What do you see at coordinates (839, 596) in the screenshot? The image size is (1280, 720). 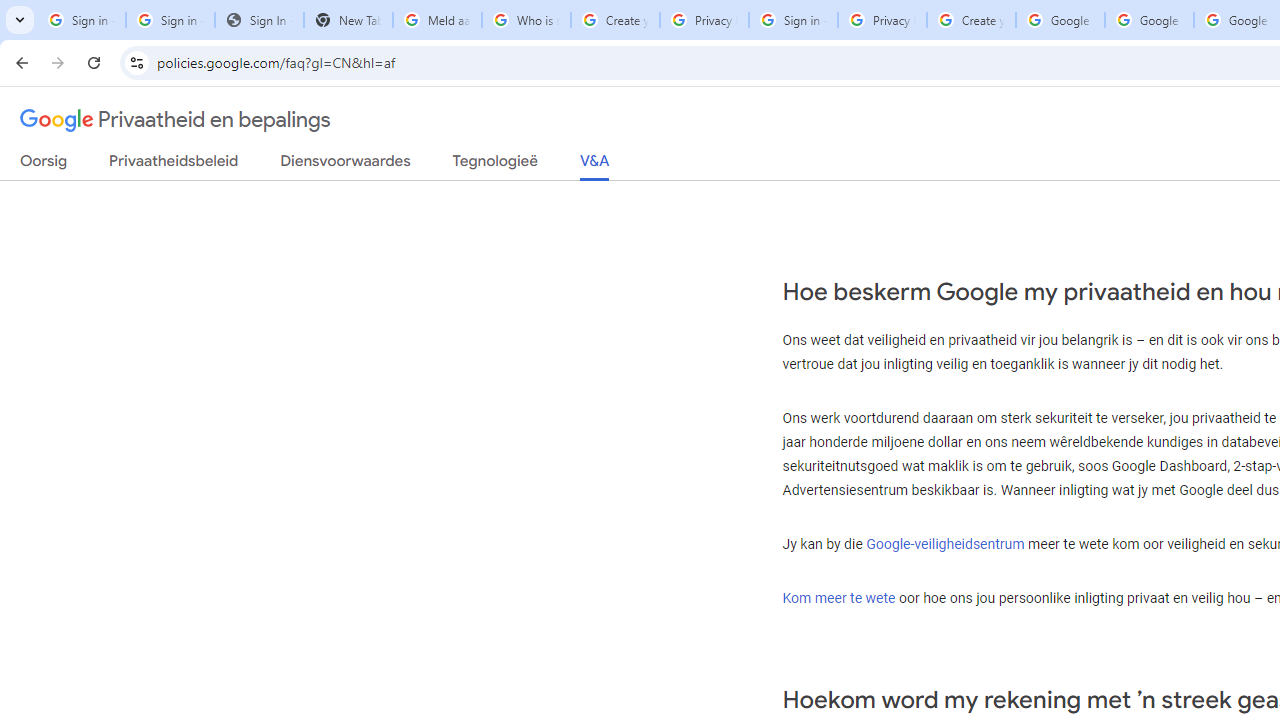 I see `'Kom meer te wete'` at bounding box center [839, 596].